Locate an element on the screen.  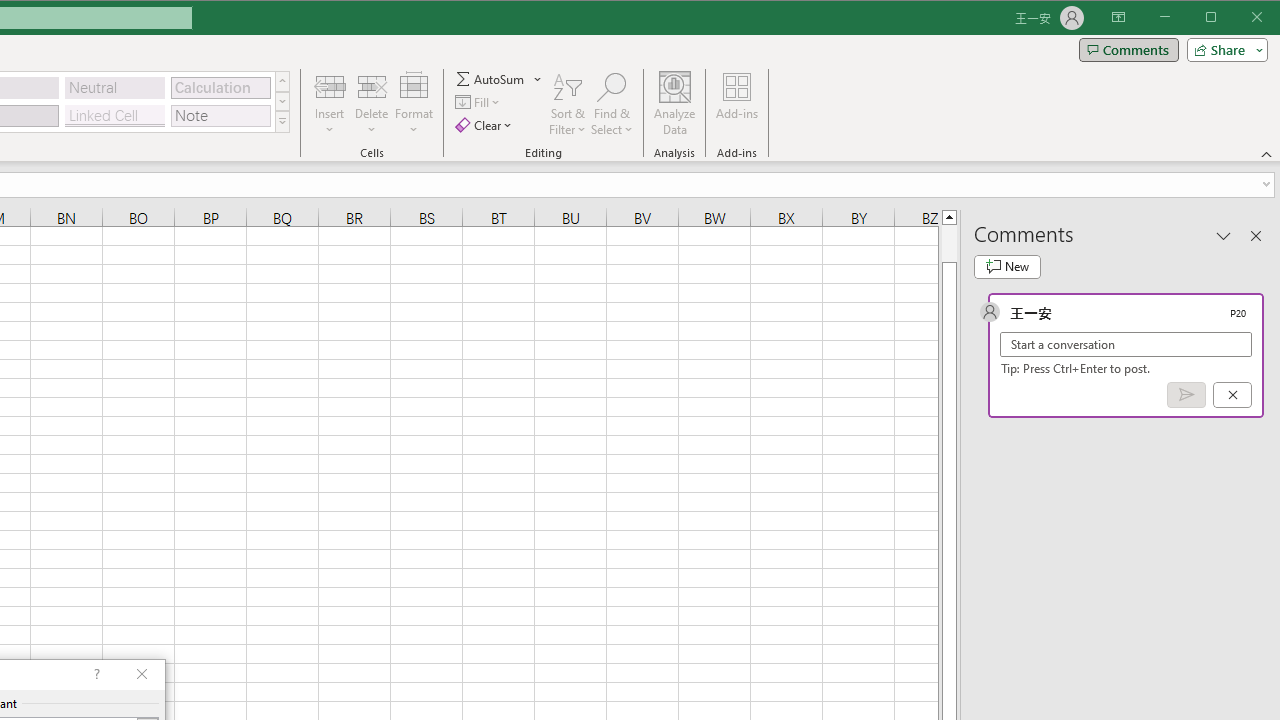
'Task Pane Options' is located at coordinates (1223, 234).